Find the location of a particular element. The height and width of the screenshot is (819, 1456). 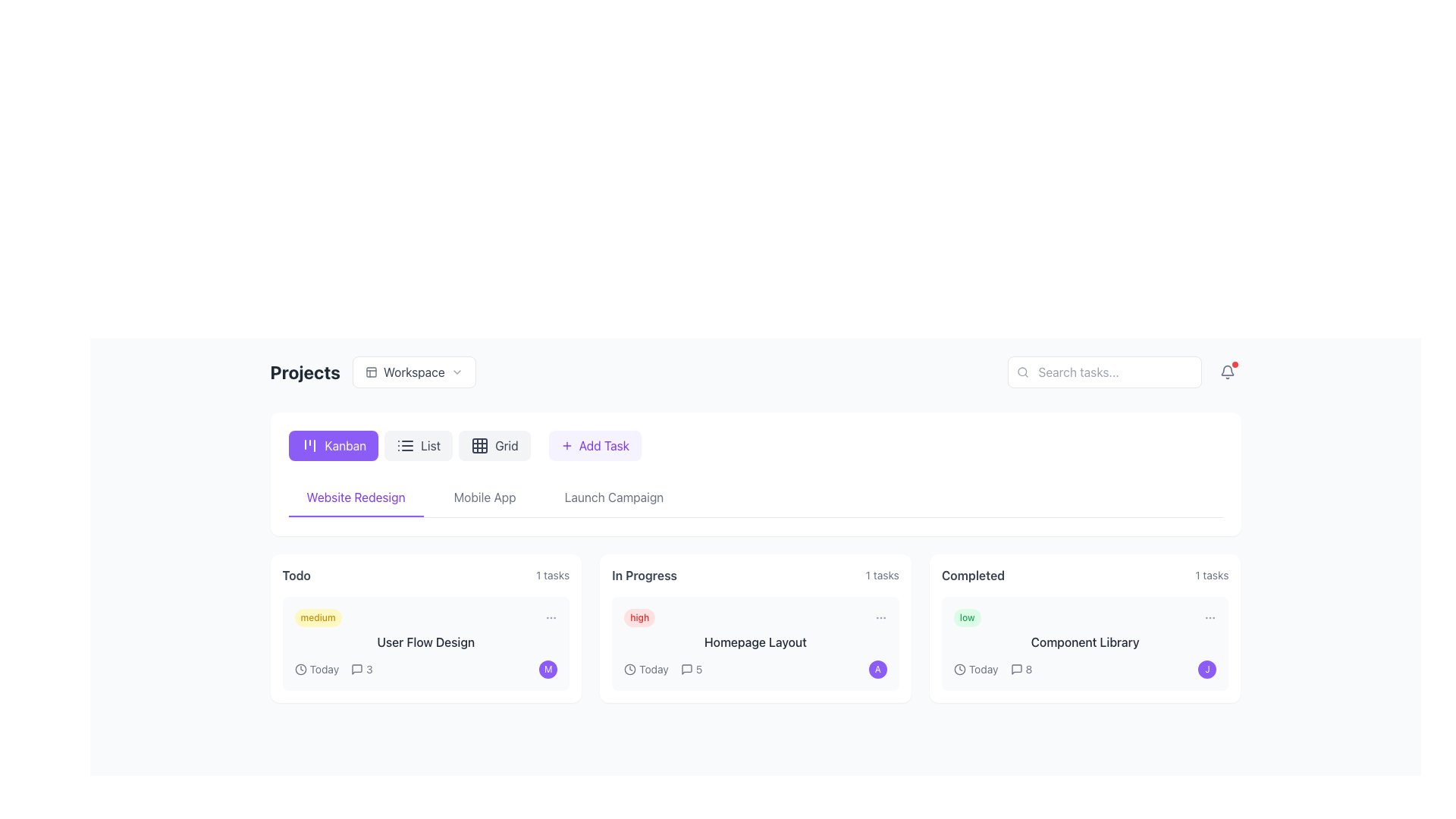

the clock icon represented by the SVG Circle located near the upper-right corner of the interface, adjacent to the notification and user profile imagery is located at coordinates (959, 669).